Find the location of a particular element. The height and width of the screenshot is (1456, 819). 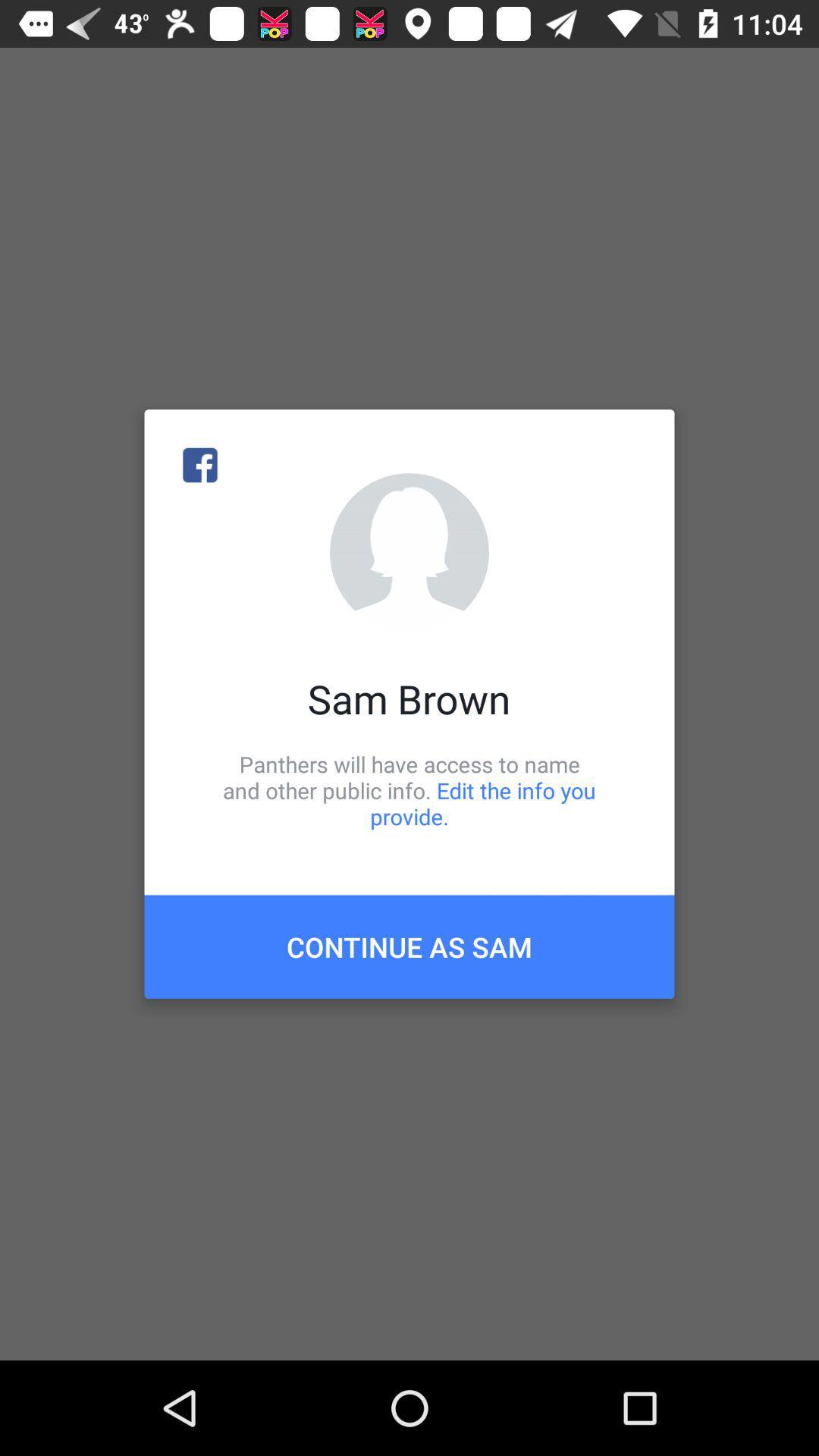

the item below the panthers will have icon is located at coordinates (409, 946).